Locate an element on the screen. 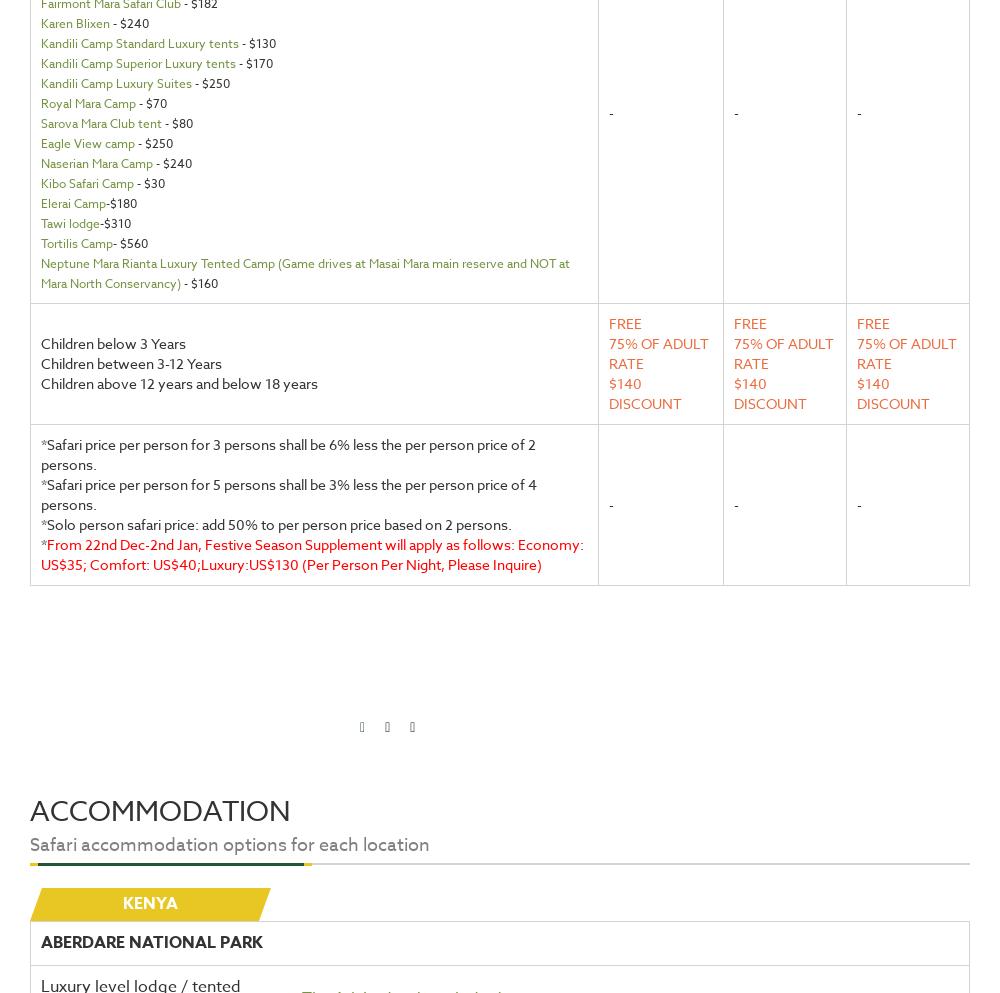  'Accommodation' is located at coordinates (160, 812).